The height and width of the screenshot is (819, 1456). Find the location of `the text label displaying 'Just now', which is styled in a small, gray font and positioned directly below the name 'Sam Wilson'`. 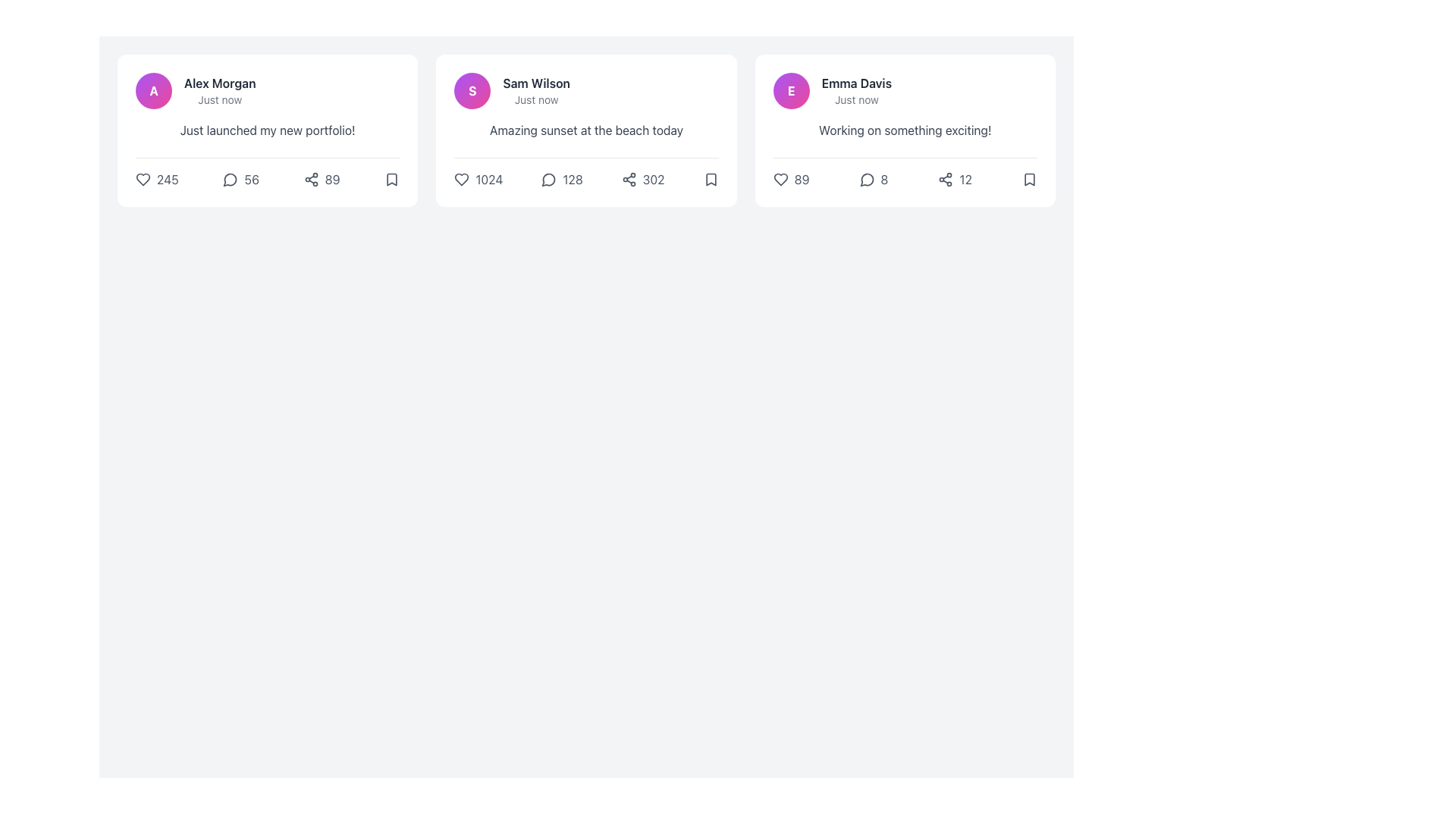

the text label displaying 'Just now', which is styled in a small, gray font and positioned directly below the name 'Sam Wilson' is located at coordinates (536, 99).